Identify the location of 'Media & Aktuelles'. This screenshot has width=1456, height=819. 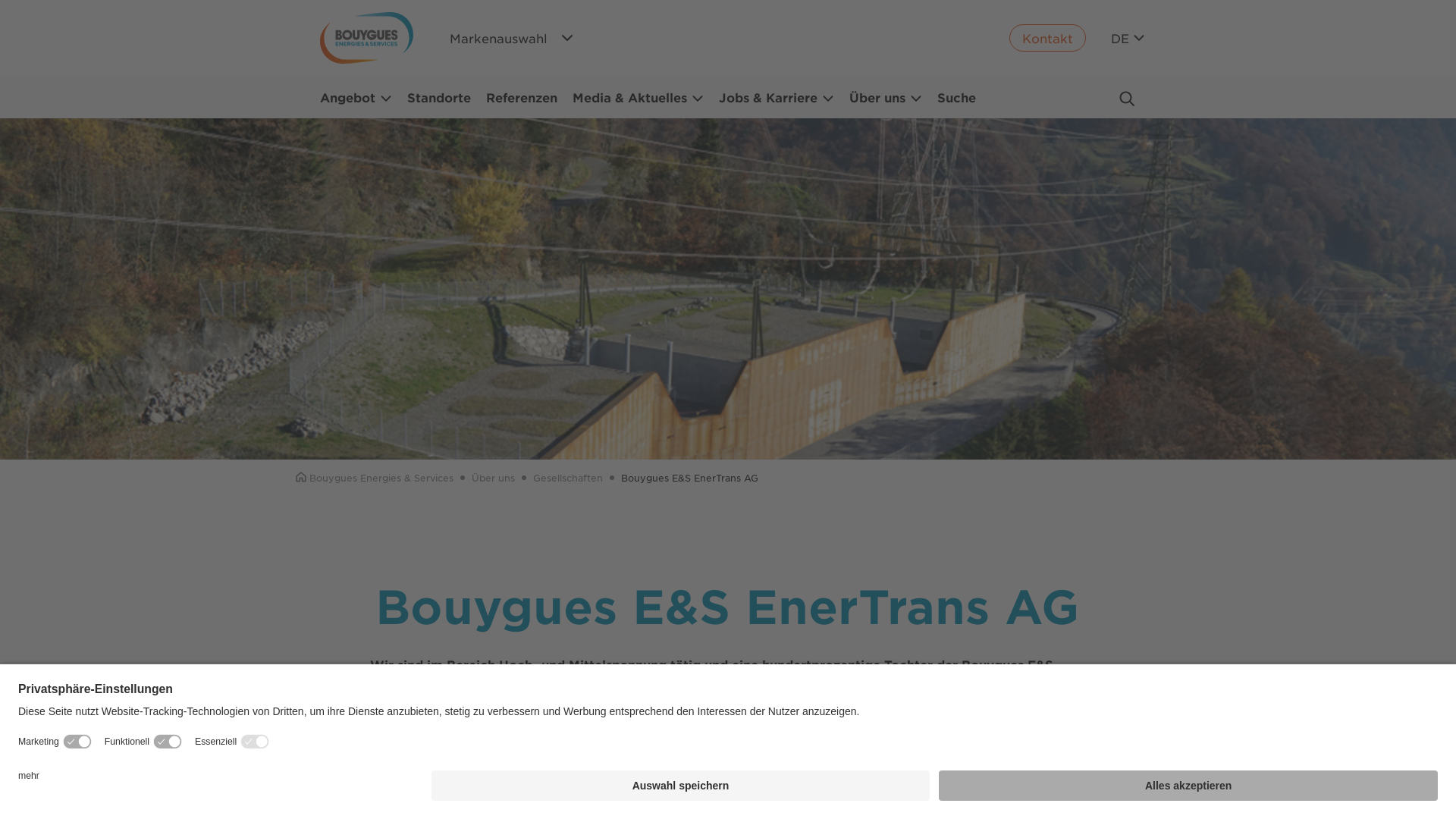
(638, 96).